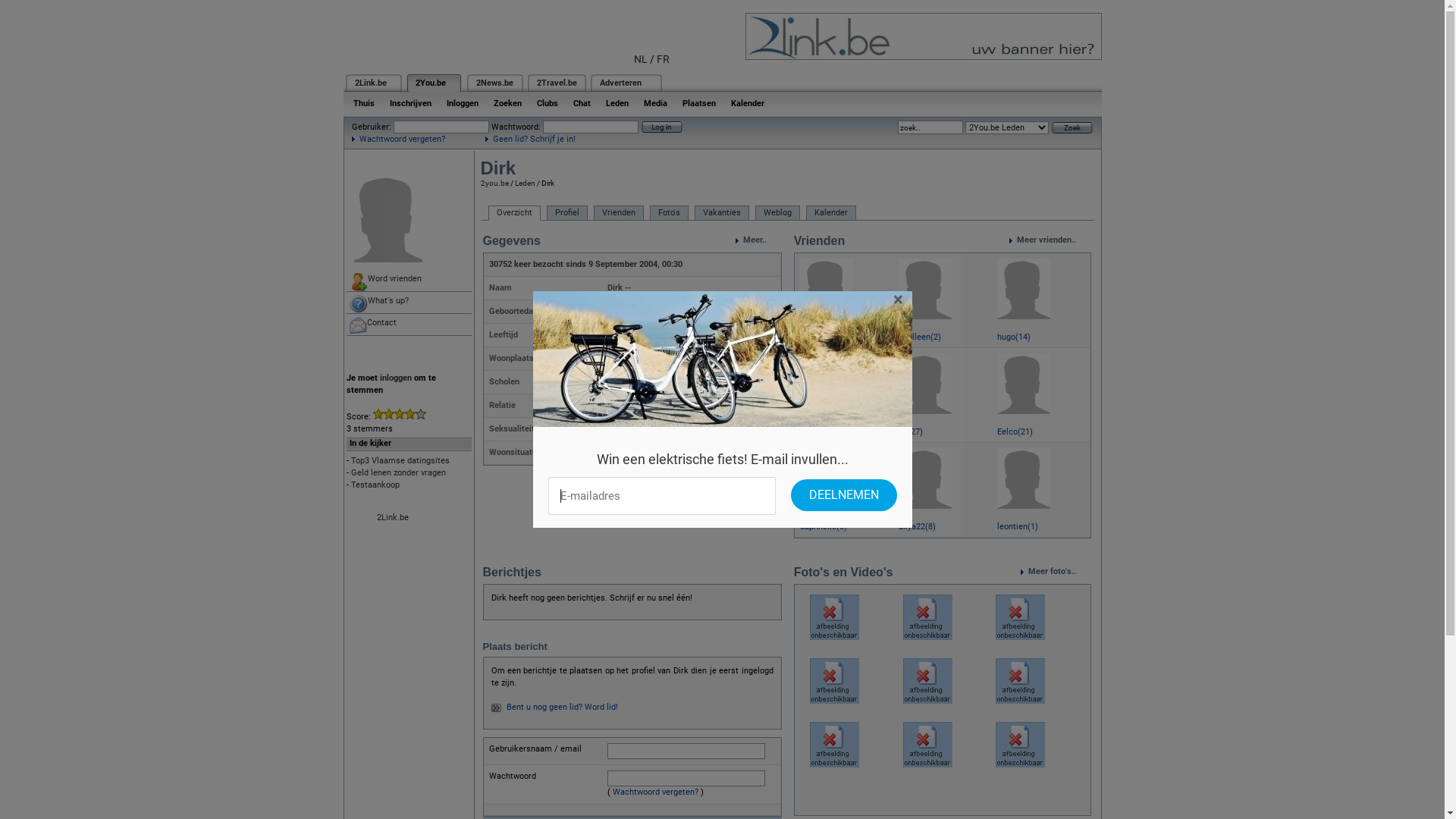 Image resolution: width=1456 pixels, height=819 pixels. Describe the element at coordinates (1070, 126) in the screenshot. I see `'Zoek'` at that location.